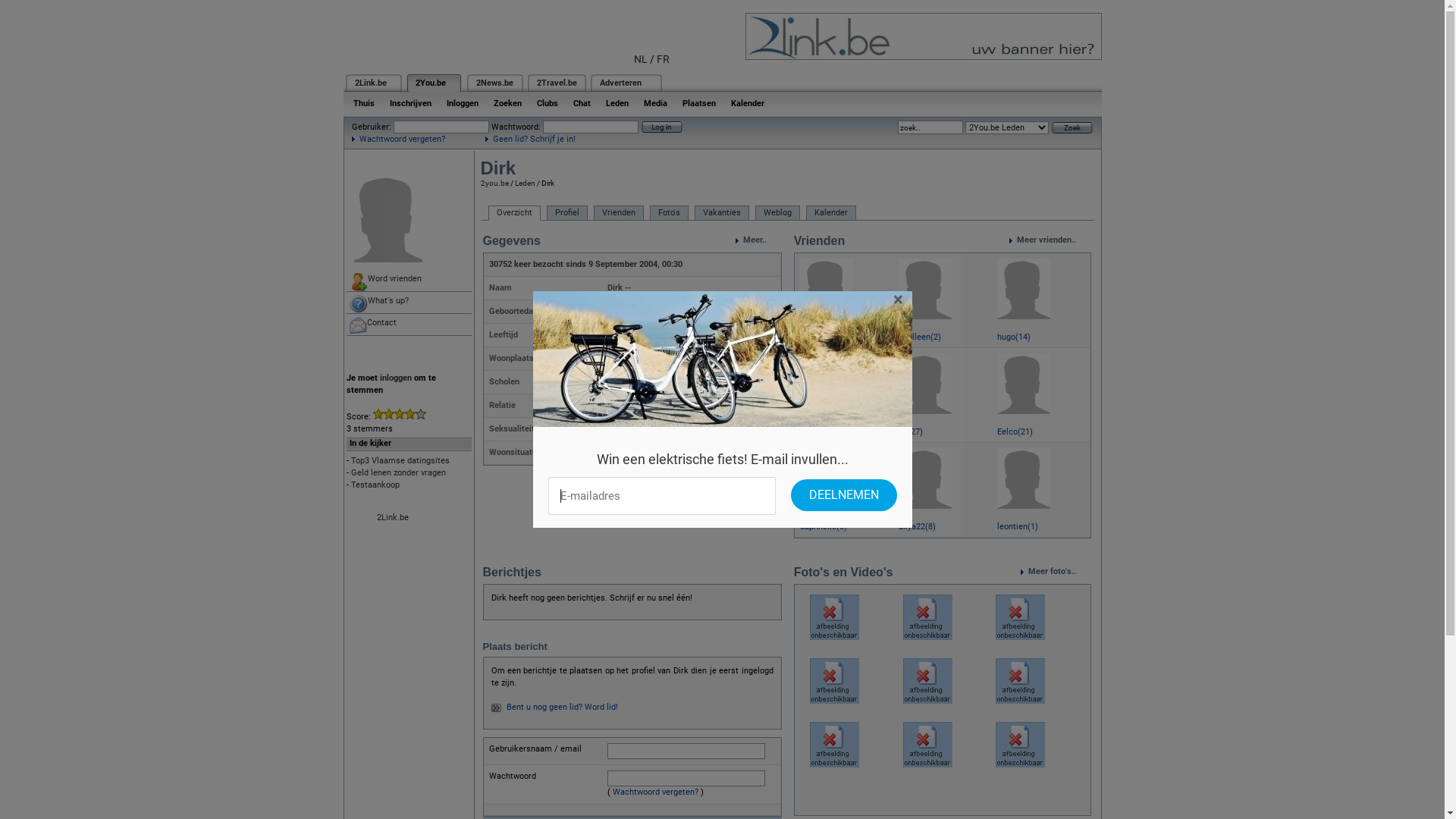 Image resolution: width=1456 pixels, height=819 pixels. Describe the element at coordinates (1070, 126) in the screenshot. I see `'Zoek'` at that location.